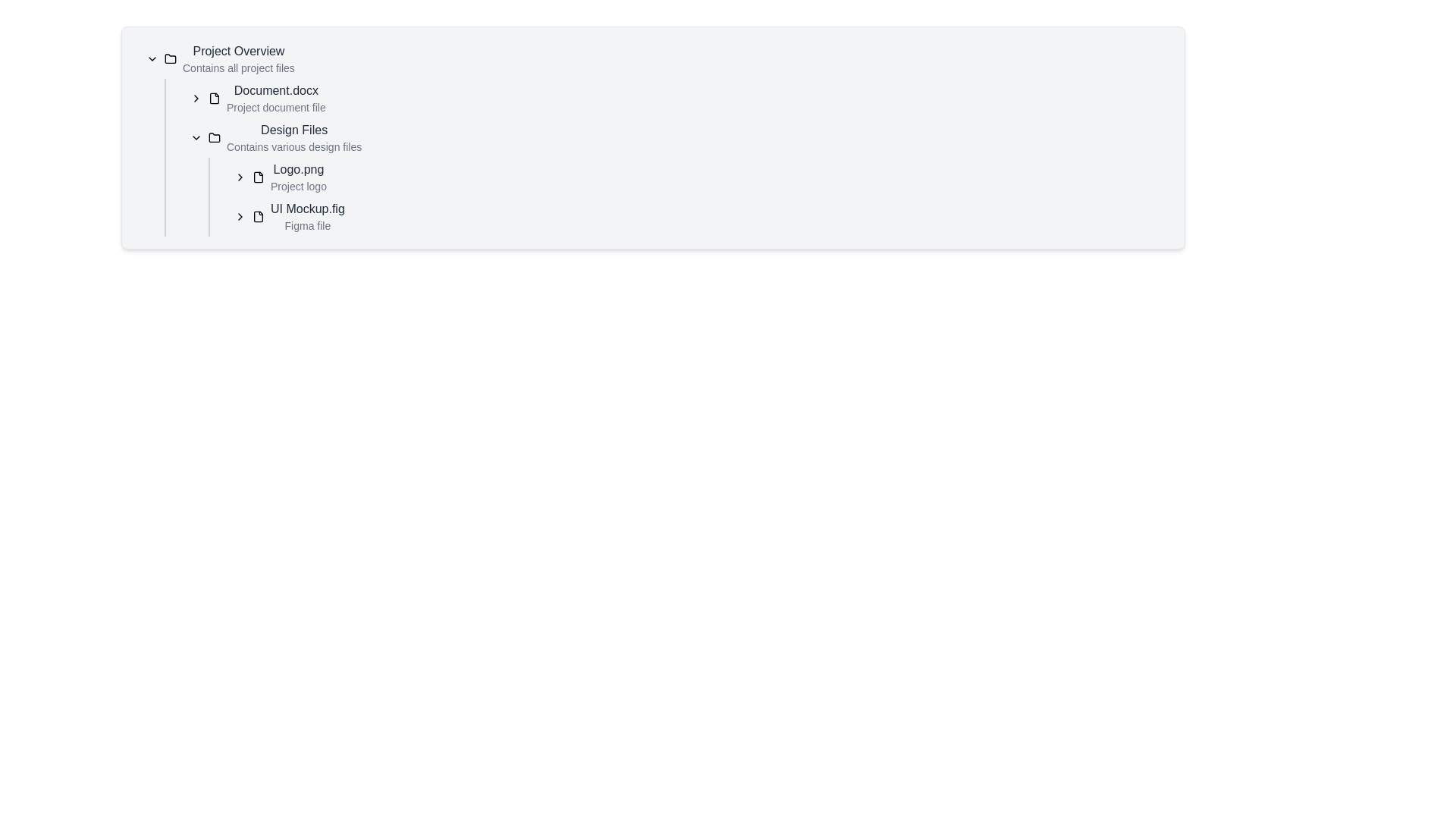 The width and height of the screenshot is (1456, 819). What do you see at coordinates (298, 169) in the screenshot?
I see `the text label displaying 'Logo.png' located in the 'Design Files' section under 'Project Overview' by clicking on it` at bounding box center [298, 169].